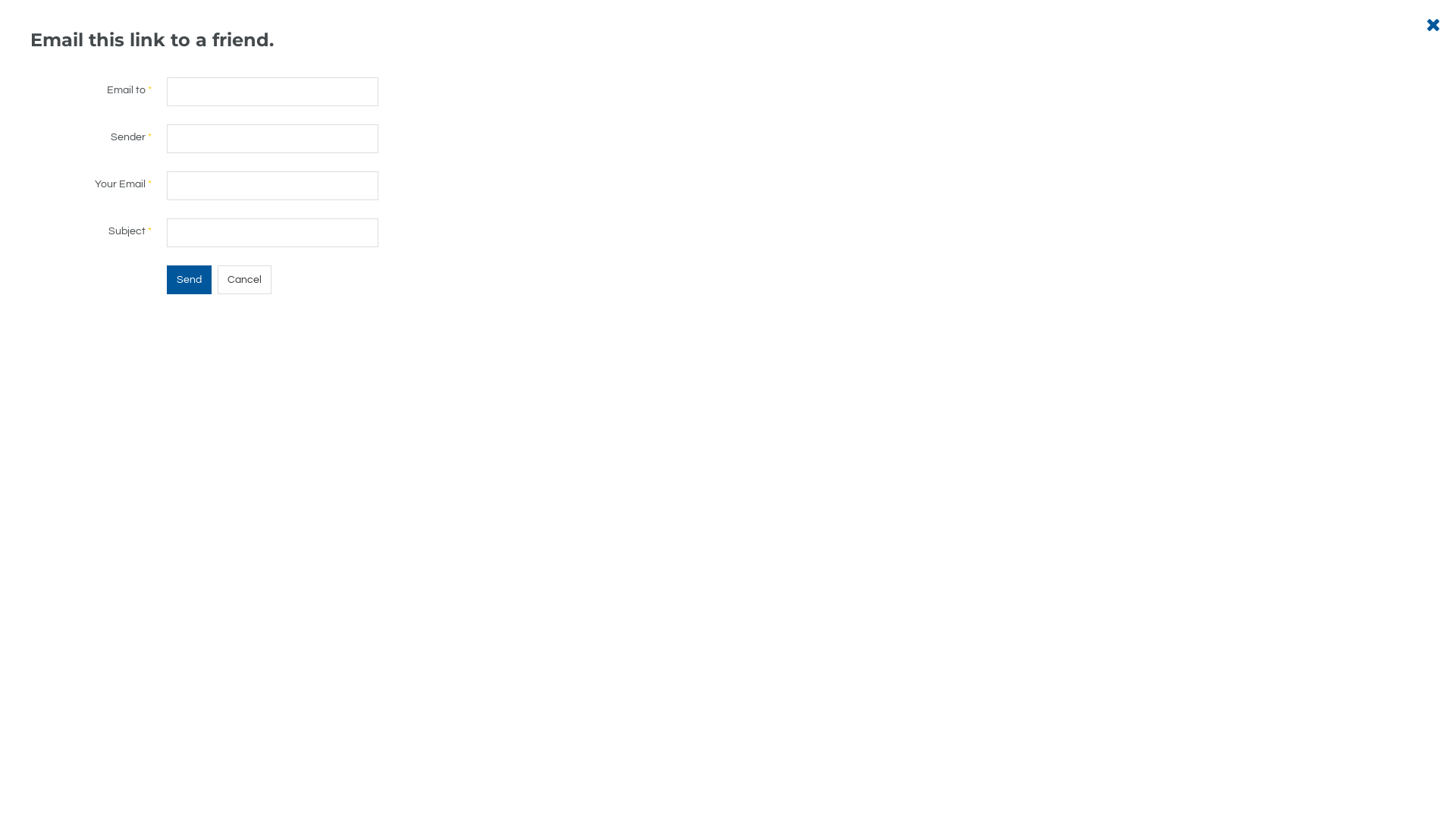  Describe the element at coordinates (1426, 25) in the screenshot. I see `'Close Window'` at that location.